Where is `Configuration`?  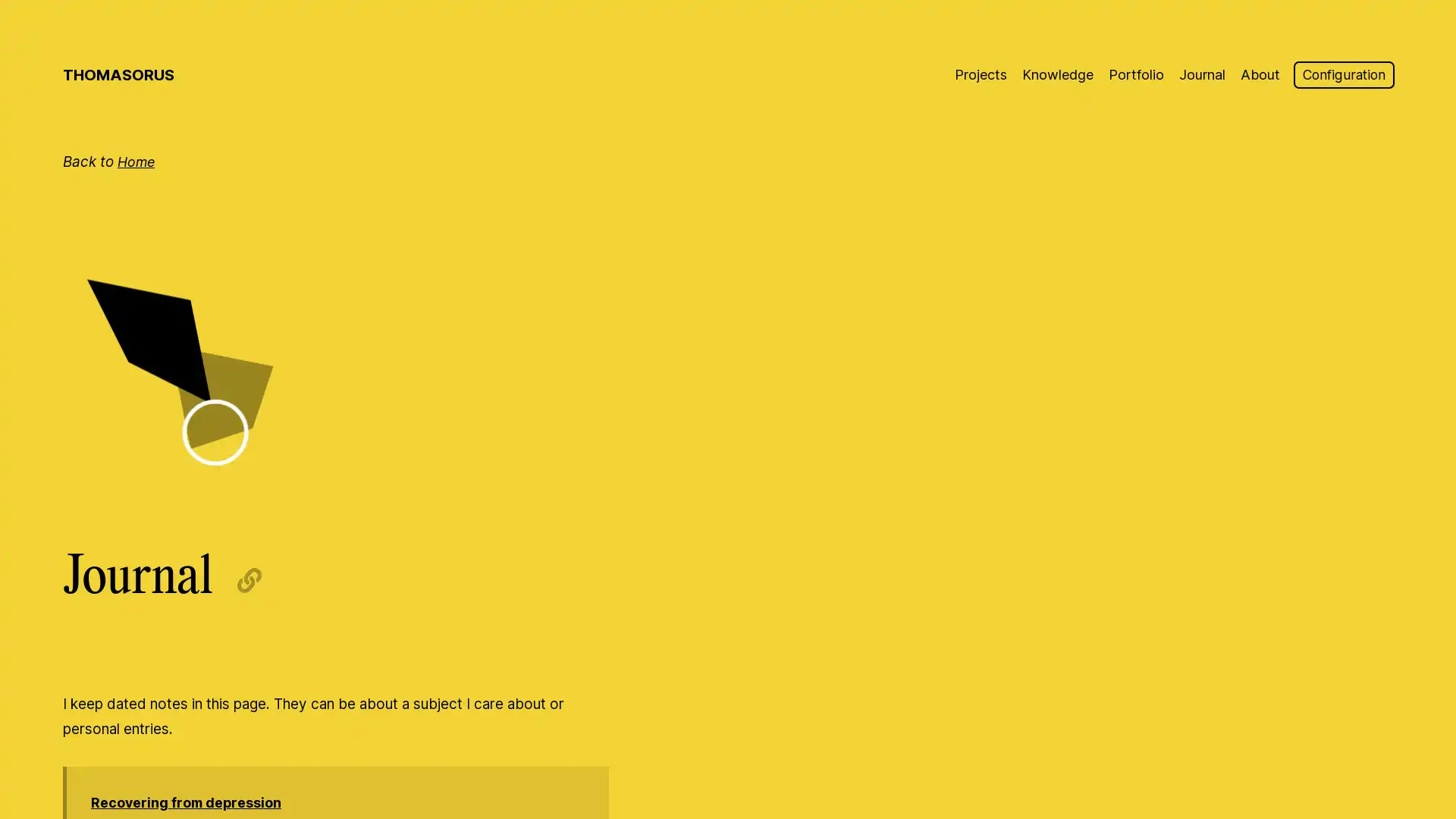 Configuration is located at coordinates (1340, 75).